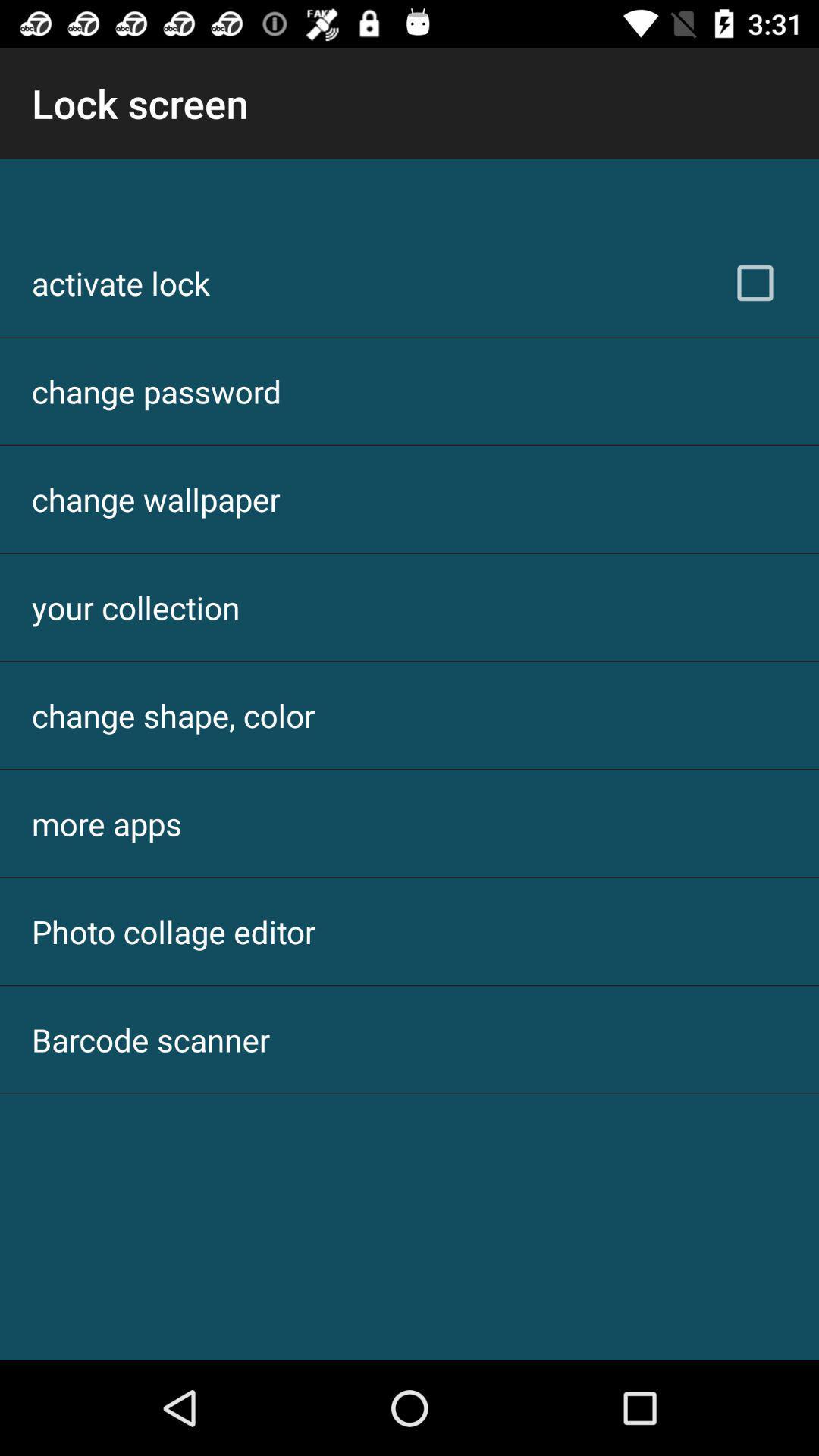 The image size is (819, 1456). Describe the element at coordinates (151, 1039) in the screenshot. I see `the app at the bottom left corner` at that location.